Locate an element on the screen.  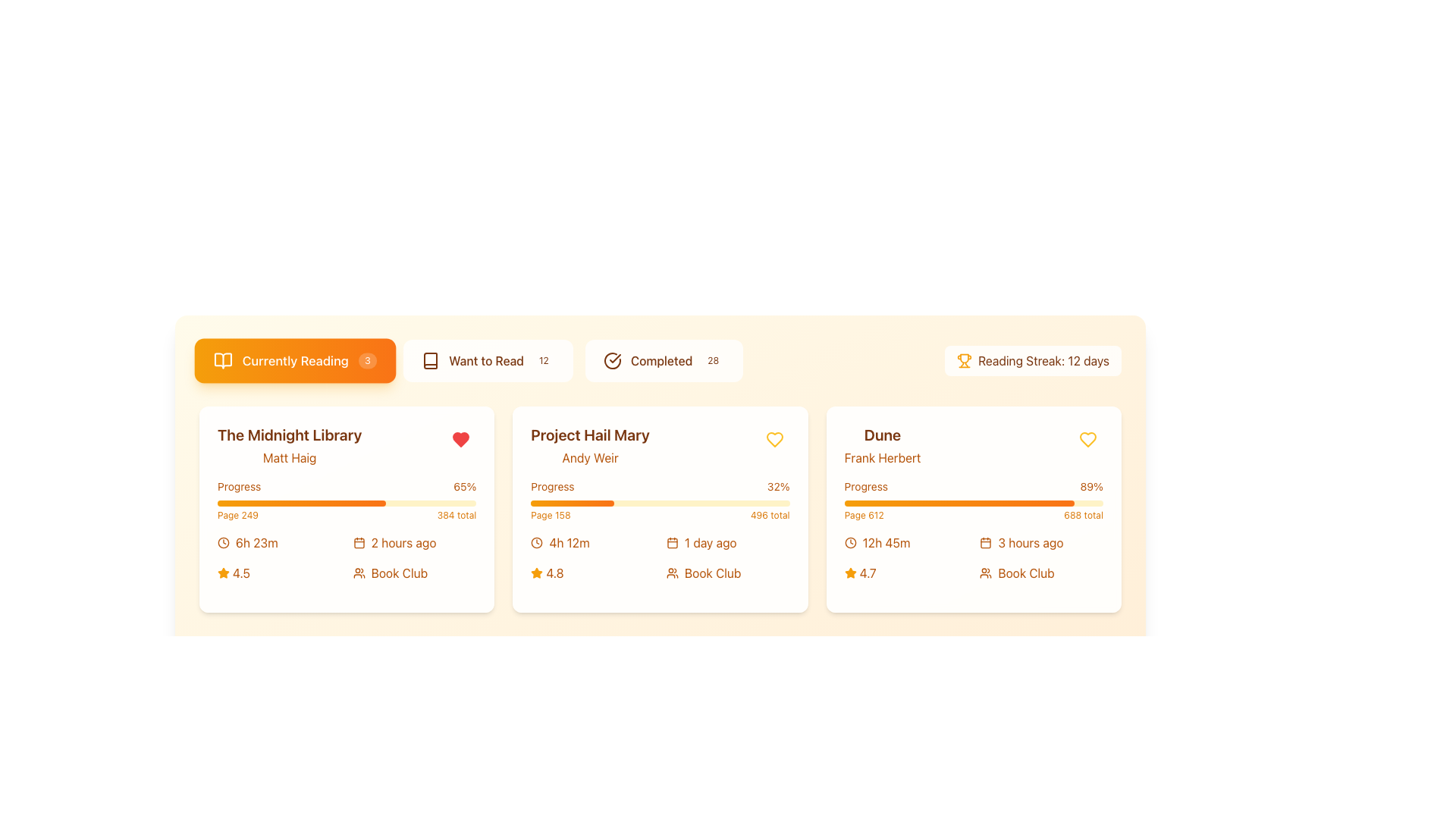
progress bar indicating 65% completion for 'The Midnight Library' within the 'Currently Reading' section is located at coordinates (302, 503).